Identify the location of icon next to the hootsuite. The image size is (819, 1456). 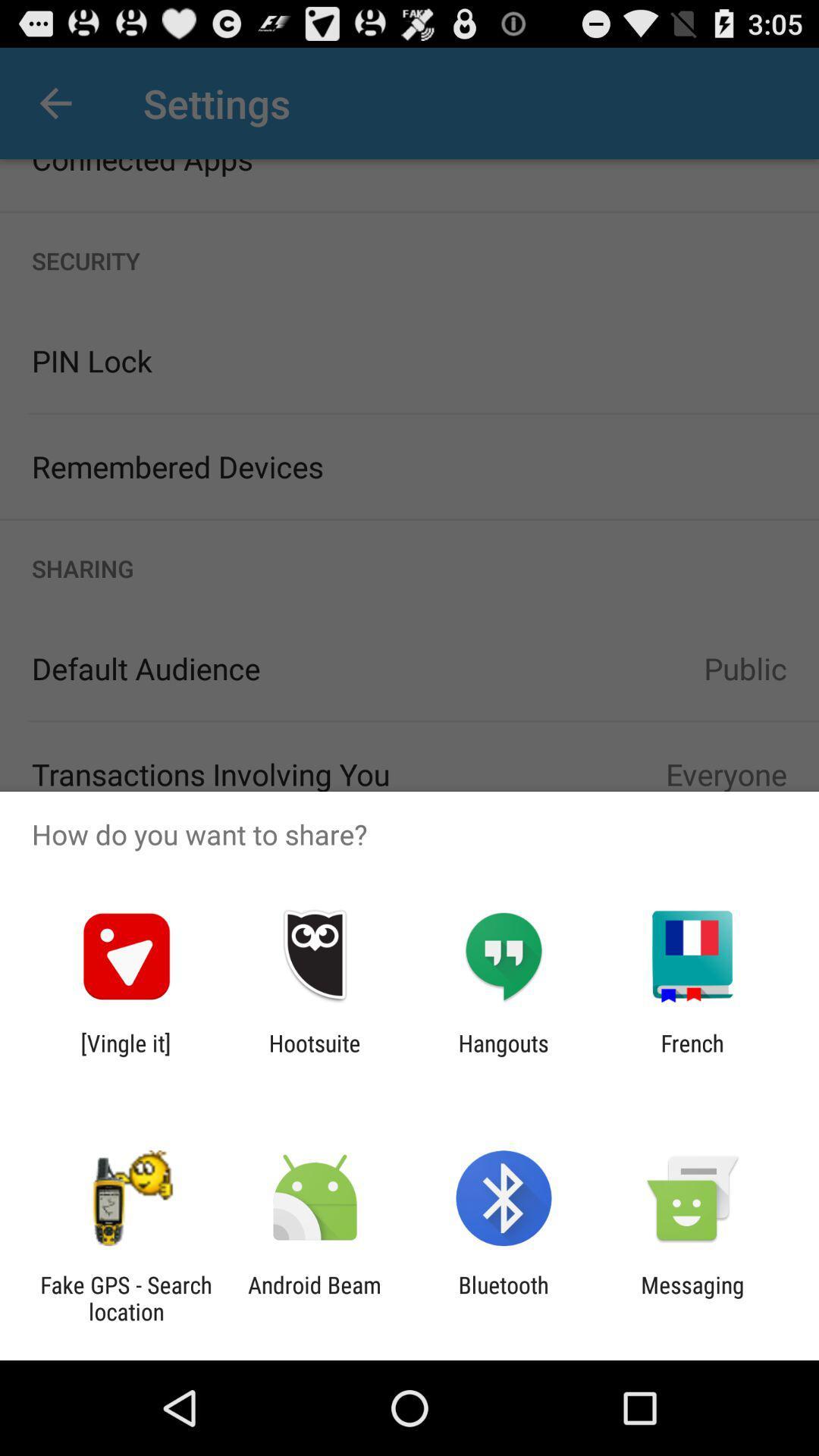
(504, 1056).